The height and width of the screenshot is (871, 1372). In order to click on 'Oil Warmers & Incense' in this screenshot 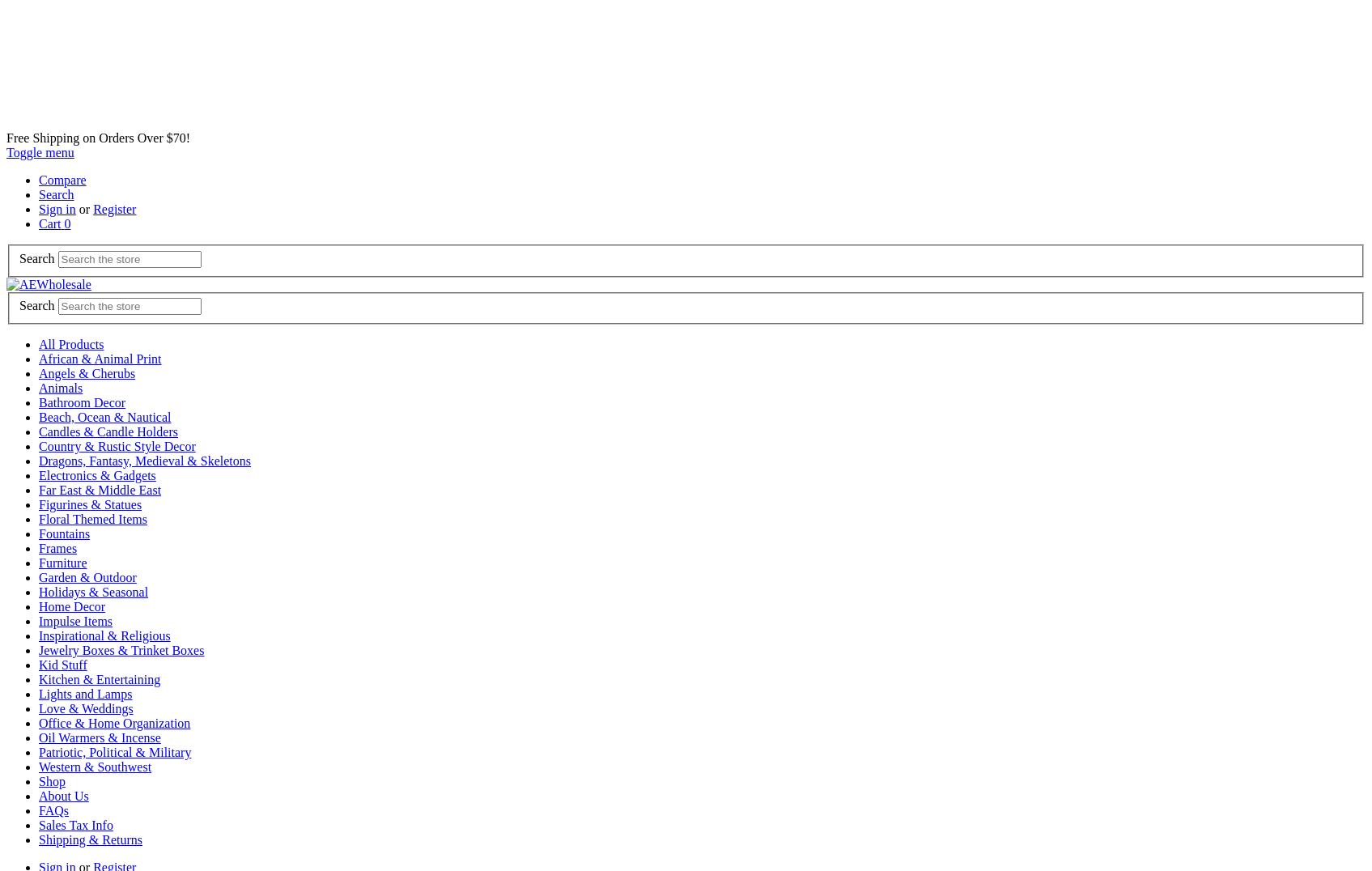, I will do `click(99, 737)`.